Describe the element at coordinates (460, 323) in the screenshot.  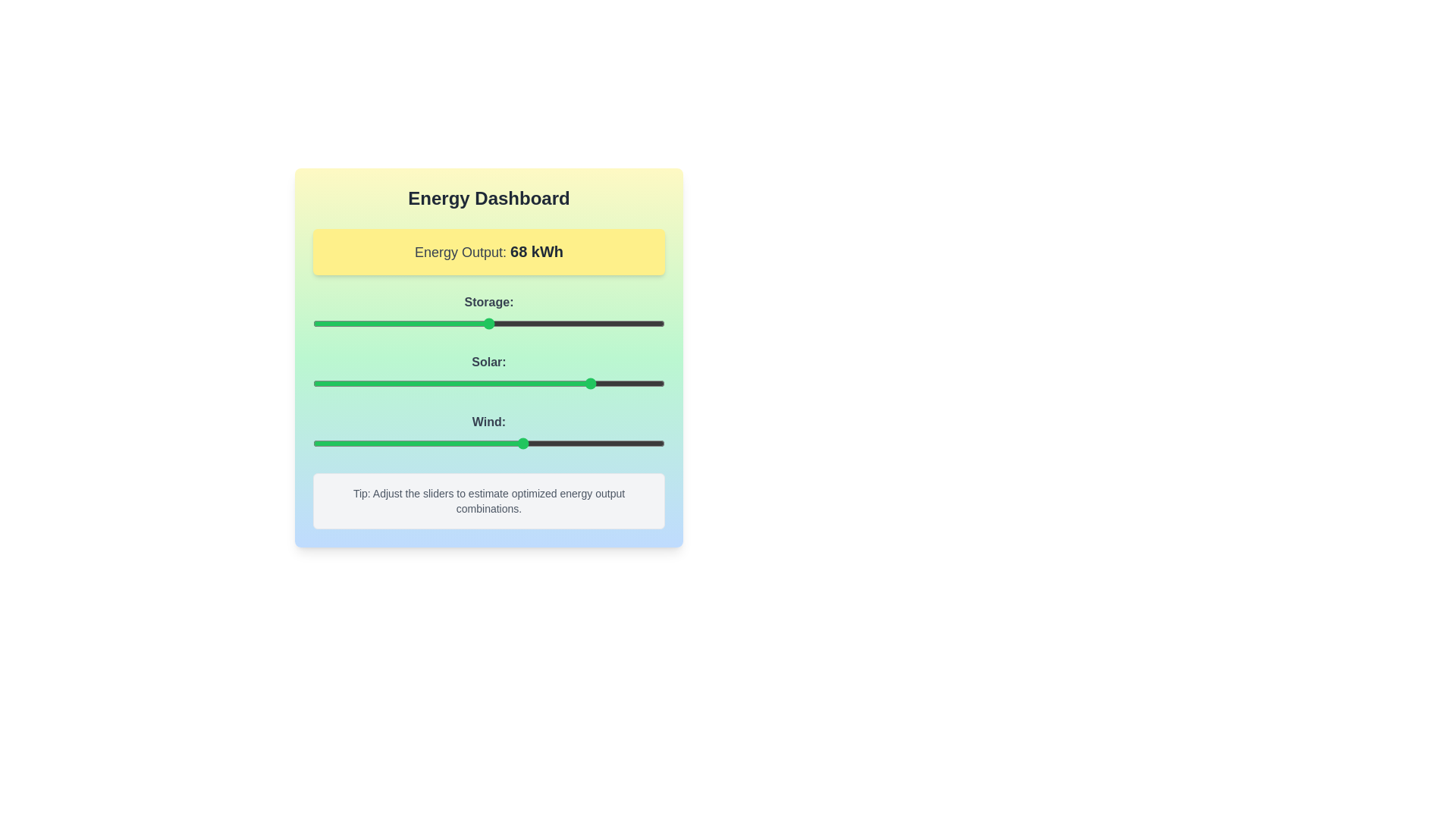
I see `the 'Storage' slider to 42` at that location.